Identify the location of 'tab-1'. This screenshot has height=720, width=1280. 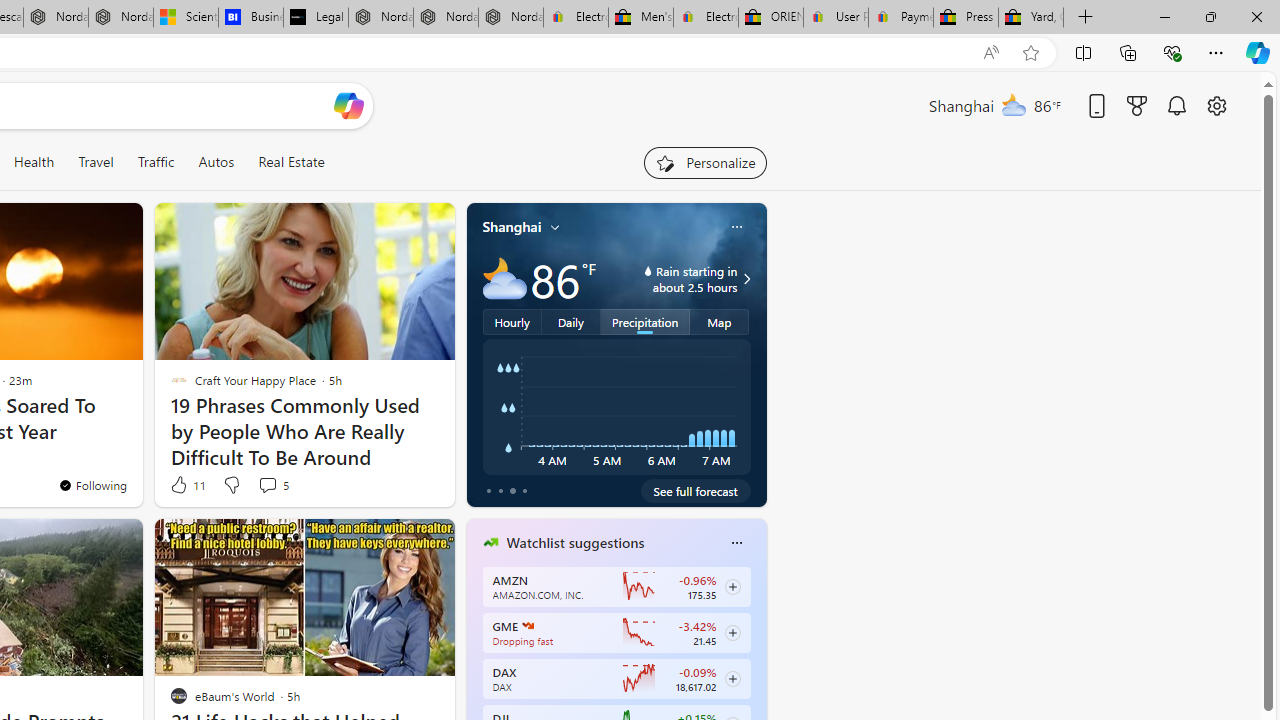
(500, 491).